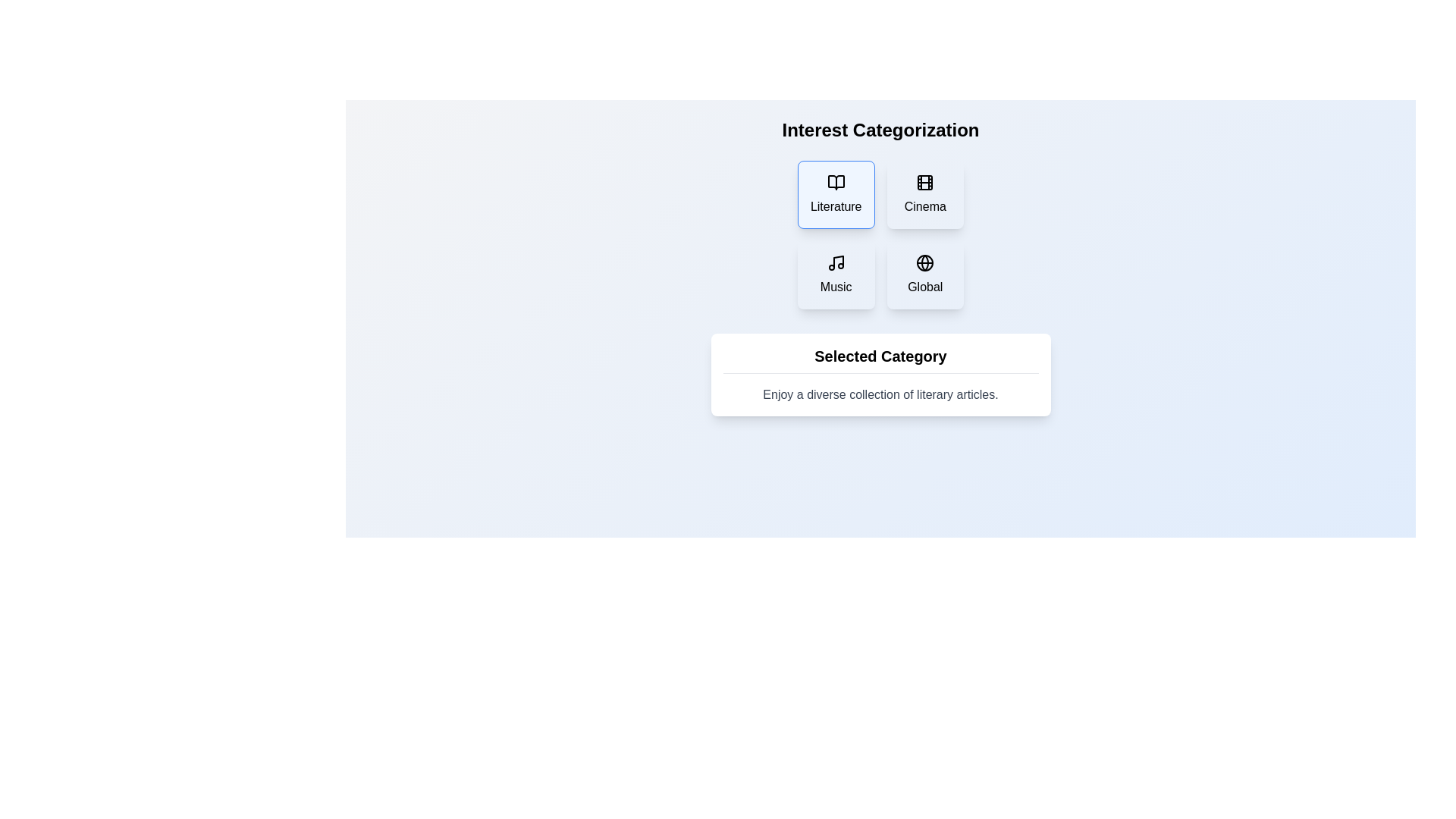  What do you see at coordinates (924, 194) in the screenshot?
I see `the 'Cinema' category button located in the top-right quadrant of the 2x2 grid layout` at bounding box center [924, 194].